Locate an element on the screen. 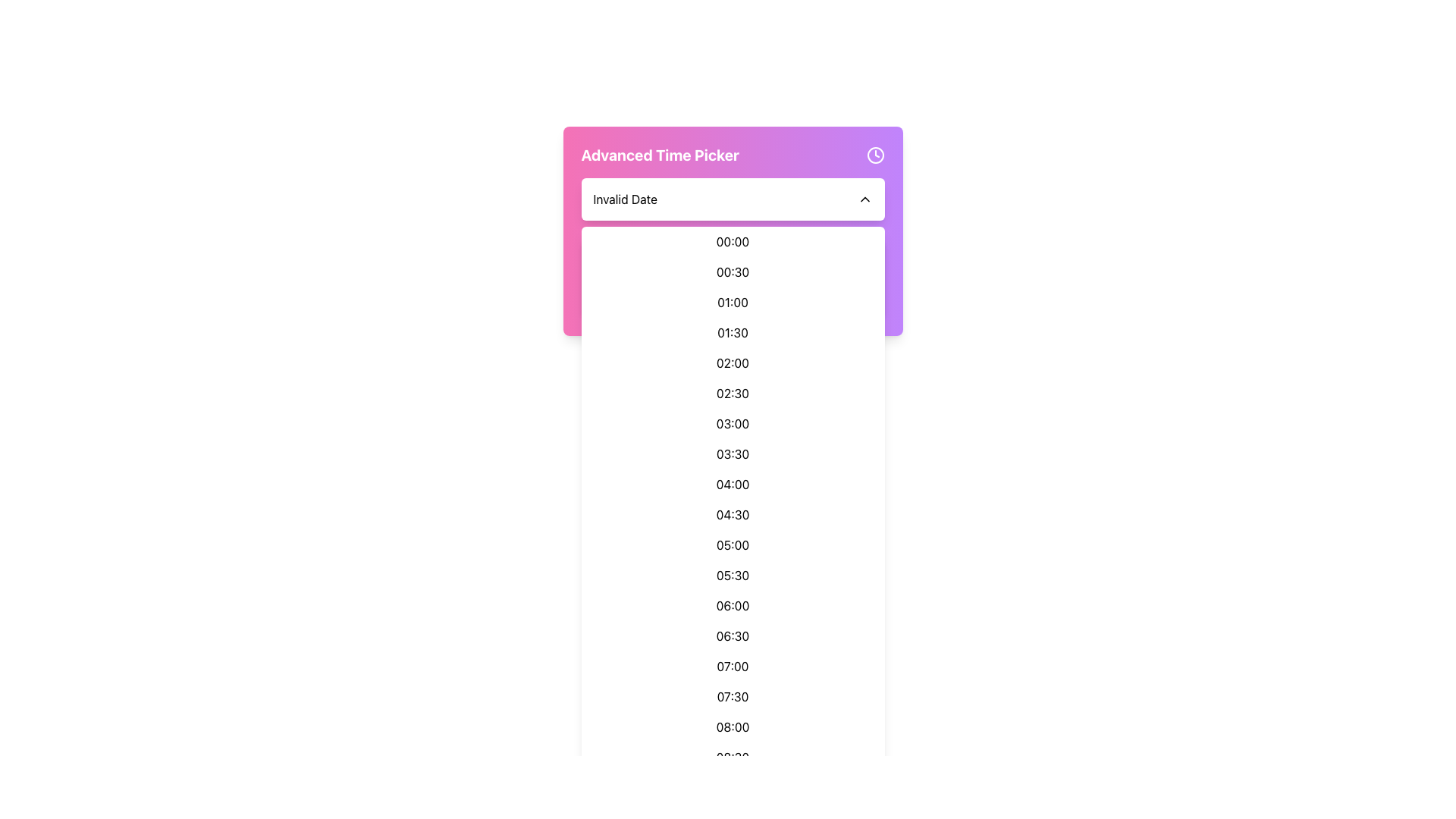  the text item representing '02:00' in the Advanced Time Picker dropdown menu is located at coordinates (733, 362).